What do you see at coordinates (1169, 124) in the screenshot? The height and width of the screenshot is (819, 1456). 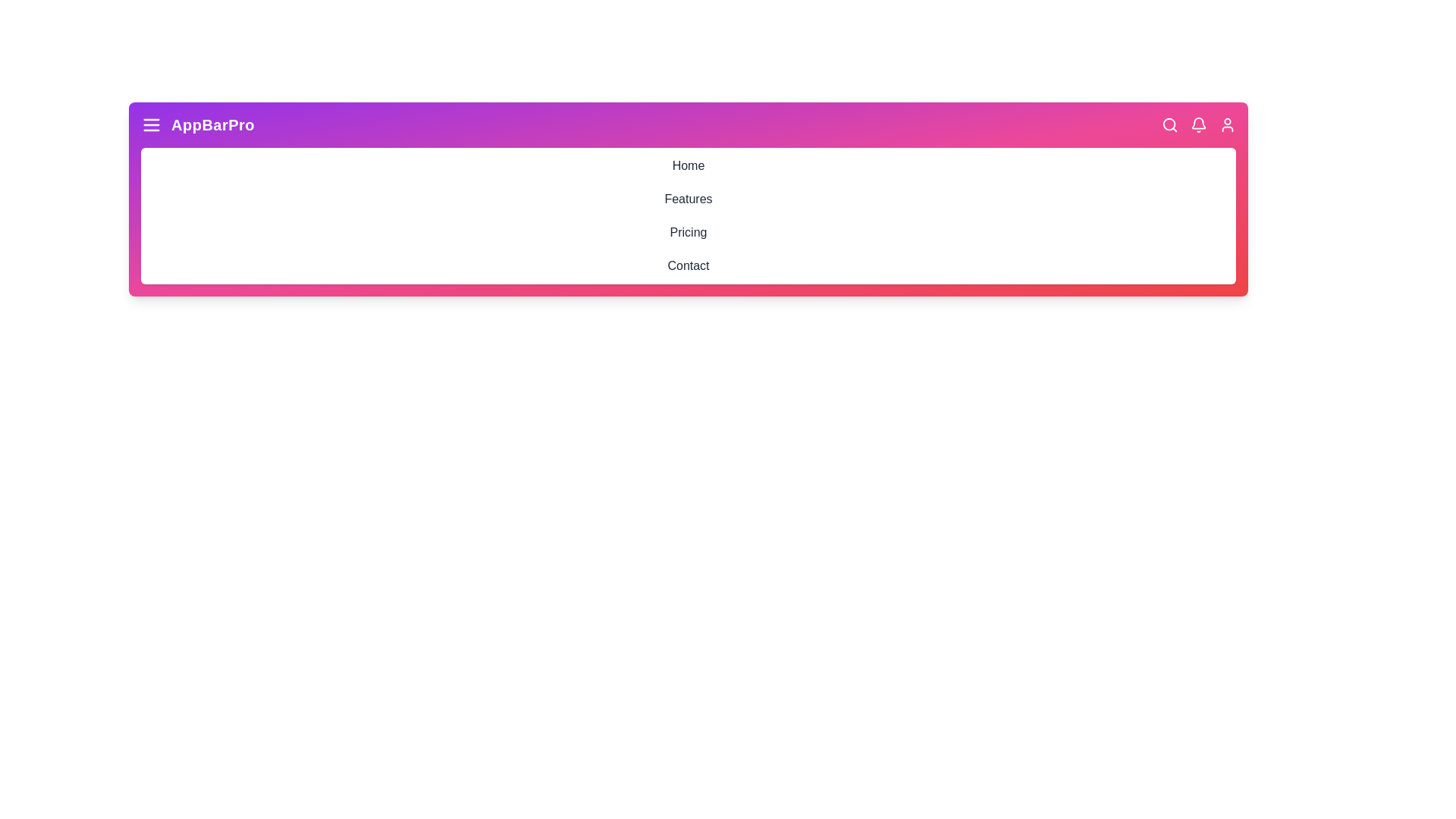 I see `the search icon in the app bar` at bounding box center [1169, 124].